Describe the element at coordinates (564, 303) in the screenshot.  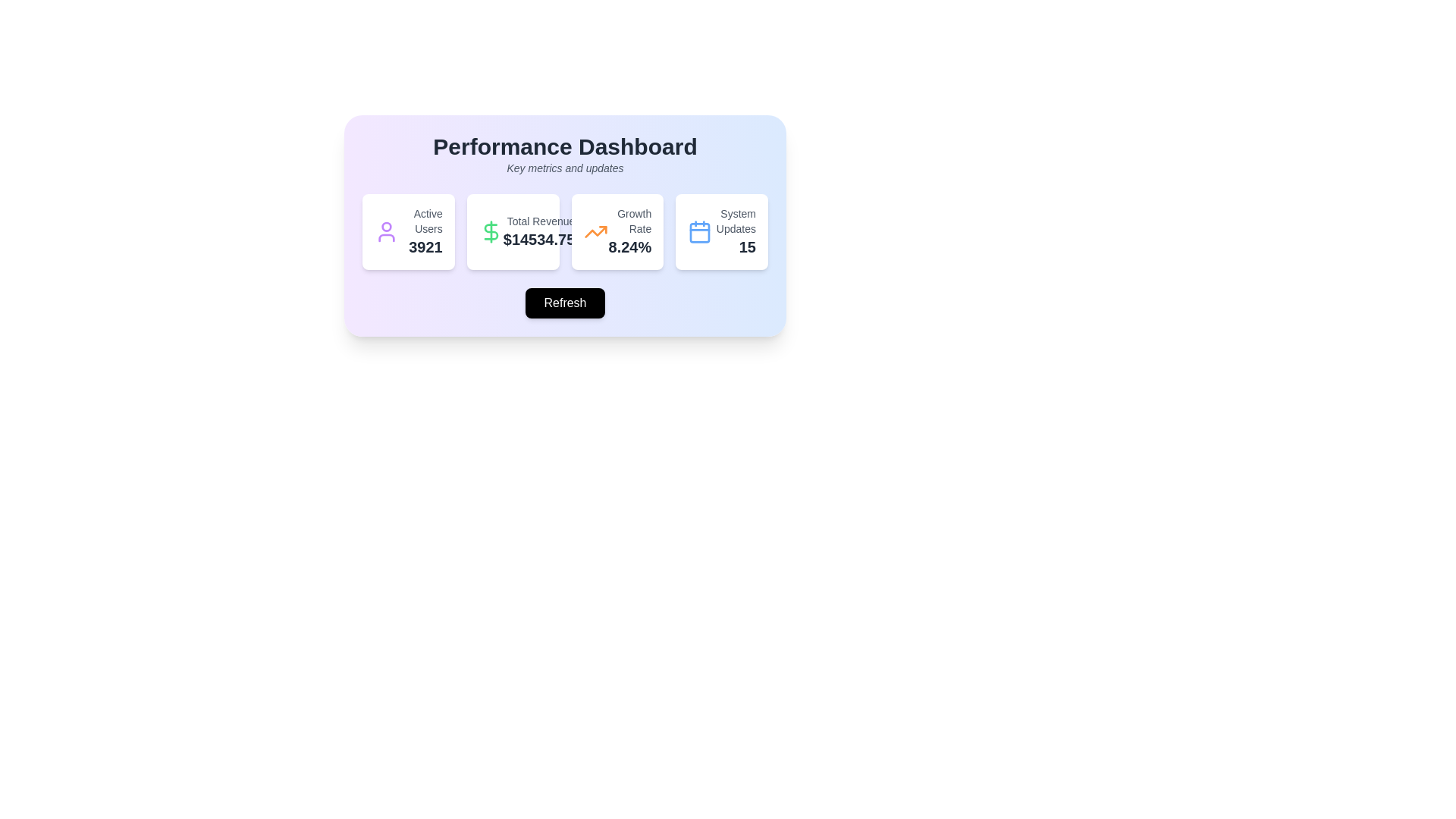
I see `the 'Refresh' button, which has a black background, white bold text, and rounded corners, located at the bottom-center of the performance dashboard section` at that location.